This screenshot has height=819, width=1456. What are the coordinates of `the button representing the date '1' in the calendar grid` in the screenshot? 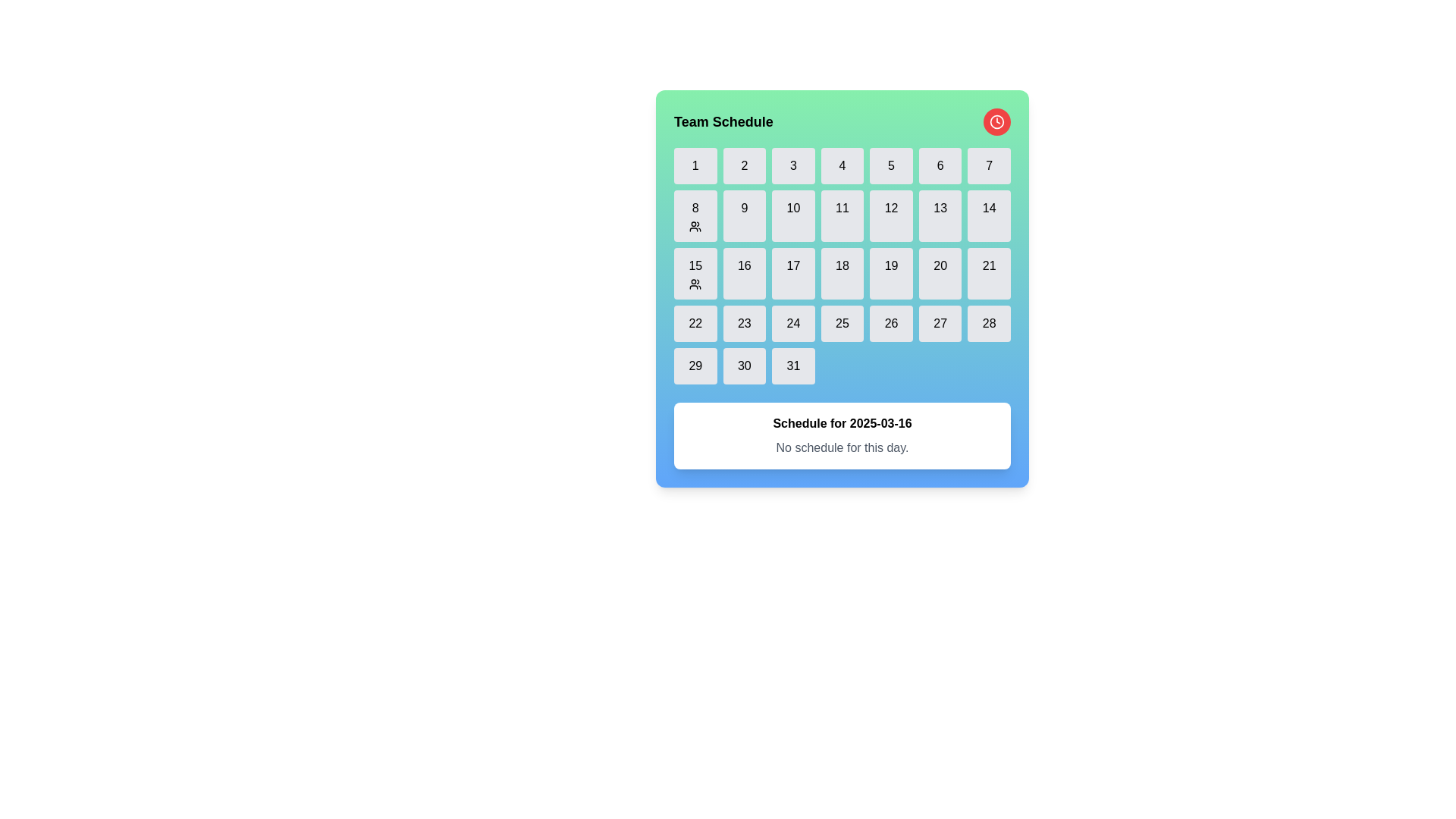 It's located at (695, 166).